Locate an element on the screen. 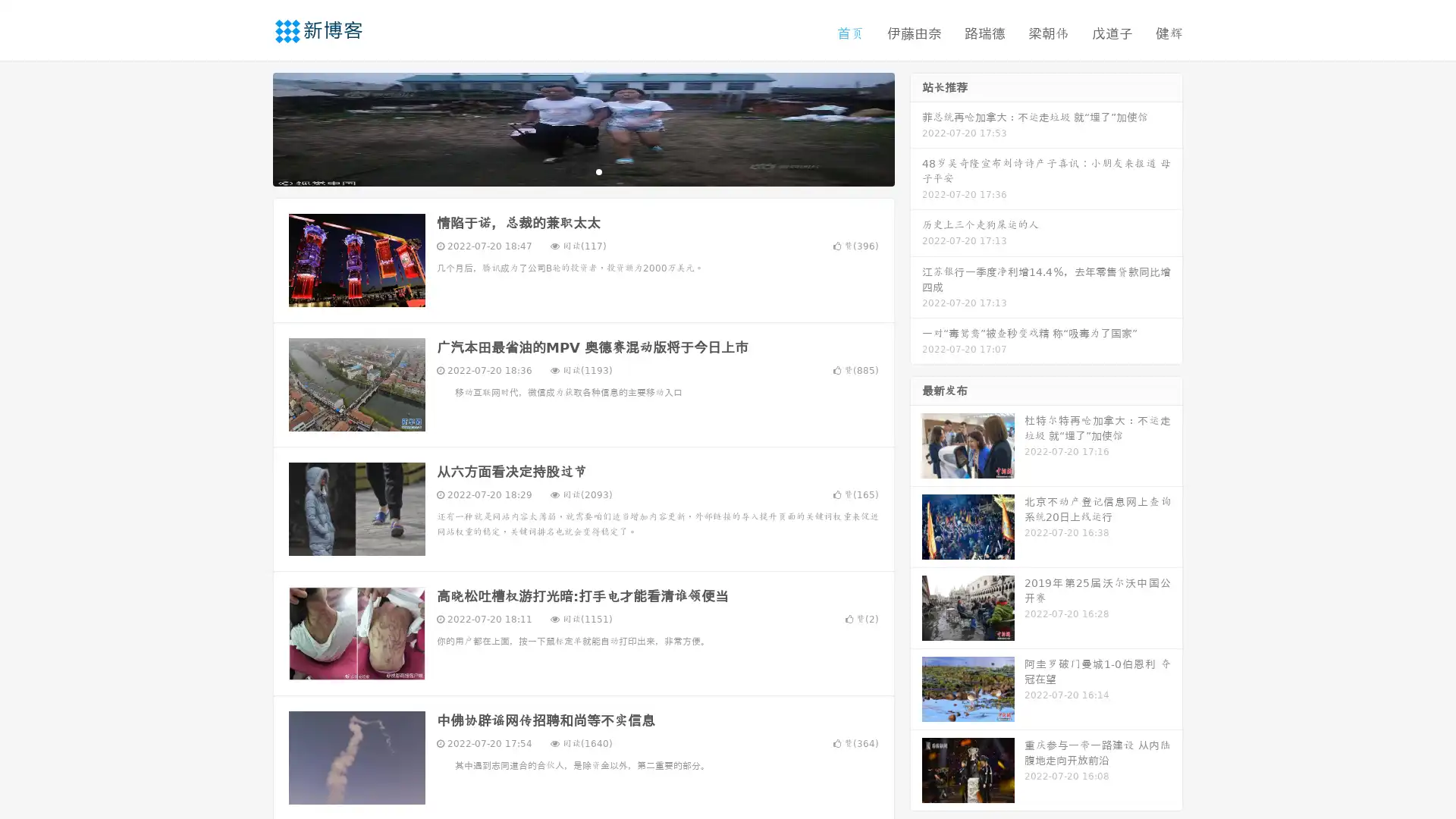  Go to slide 1 is located at coordinates (567, 171).